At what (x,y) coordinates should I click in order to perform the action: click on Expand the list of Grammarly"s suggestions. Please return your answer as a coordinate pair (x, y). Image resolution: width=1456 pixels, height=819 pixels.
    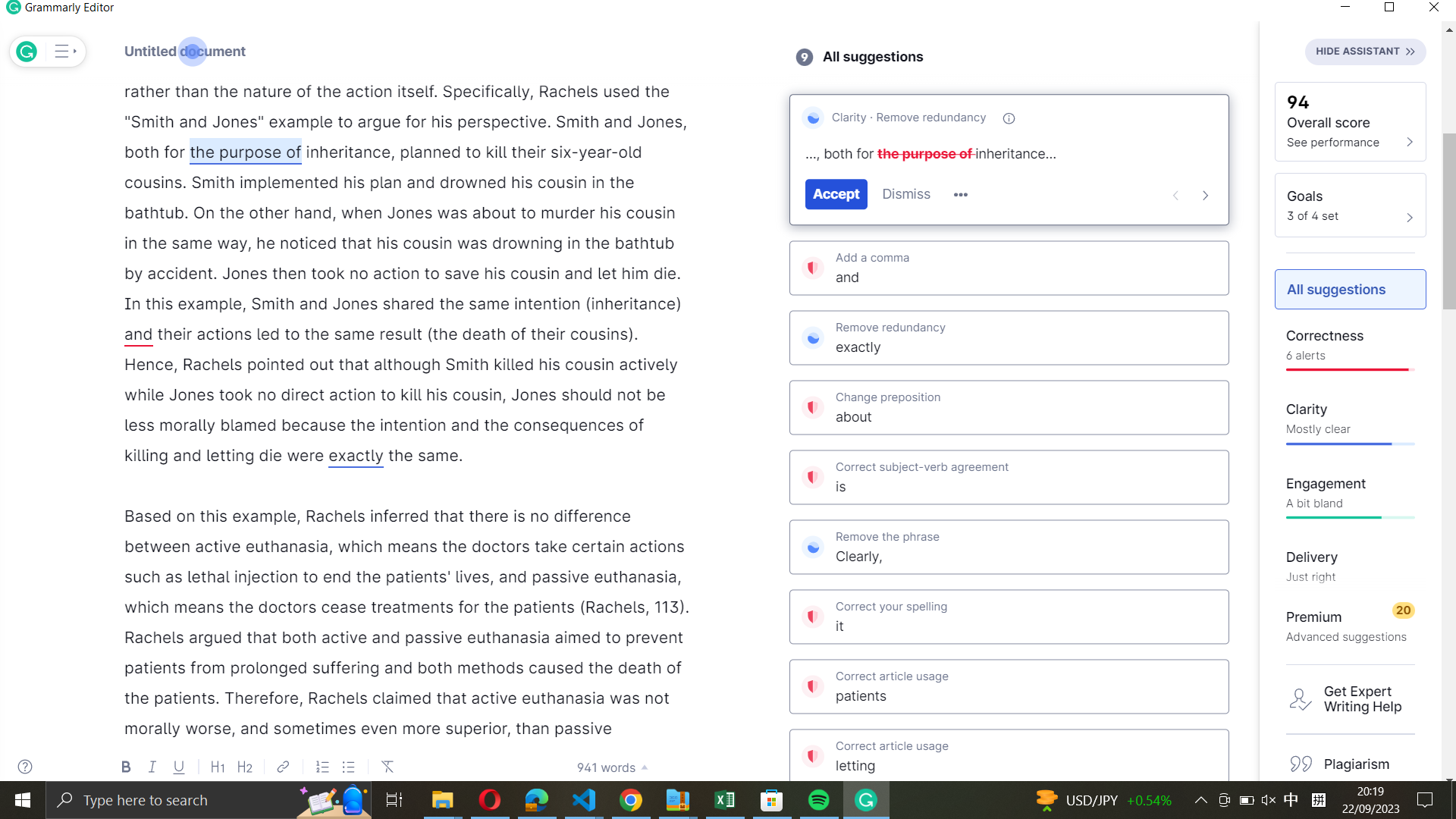
    Looking at the image, I should click on (62, 51).